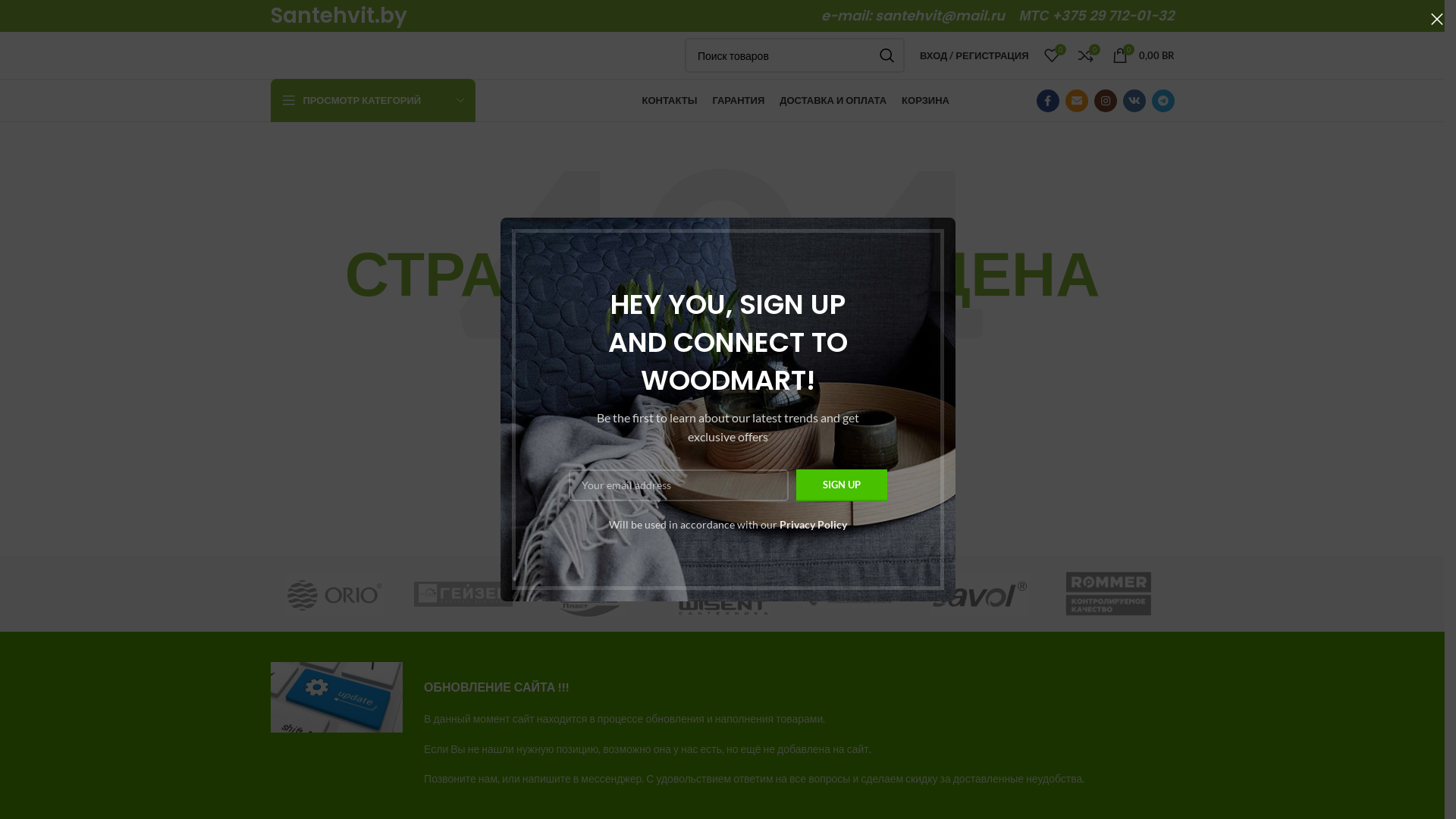 The image size is (1456, 819). I want to click on '0', so click(1069, 55).